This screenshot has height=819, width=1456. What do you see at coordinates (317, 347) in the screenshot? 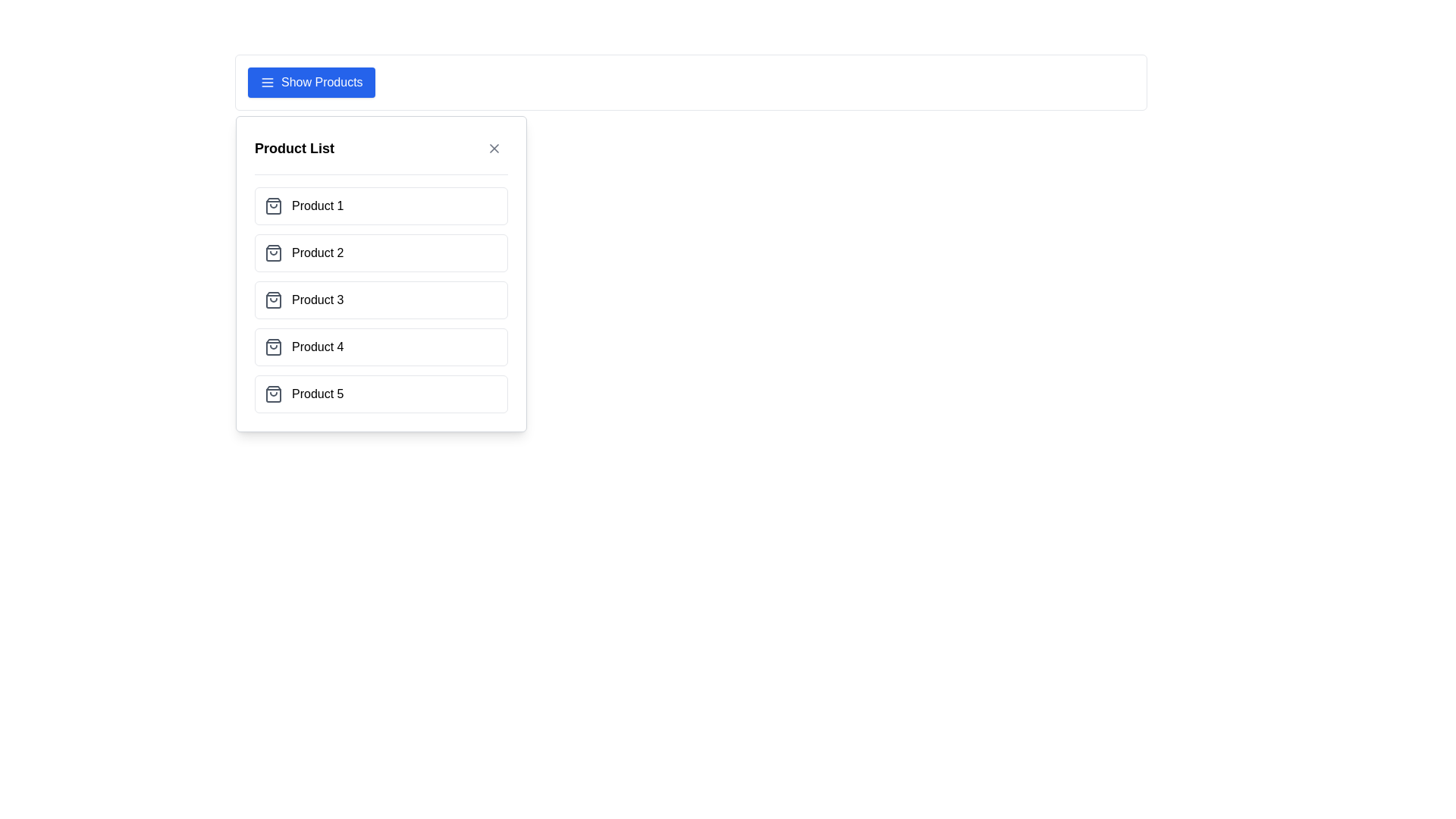
I see `text of the label displaying 'Product 4', which is the fourth entry in the 'Product List' modal, adjacent to a shopping bag icon` at bounding box center [317, 347].